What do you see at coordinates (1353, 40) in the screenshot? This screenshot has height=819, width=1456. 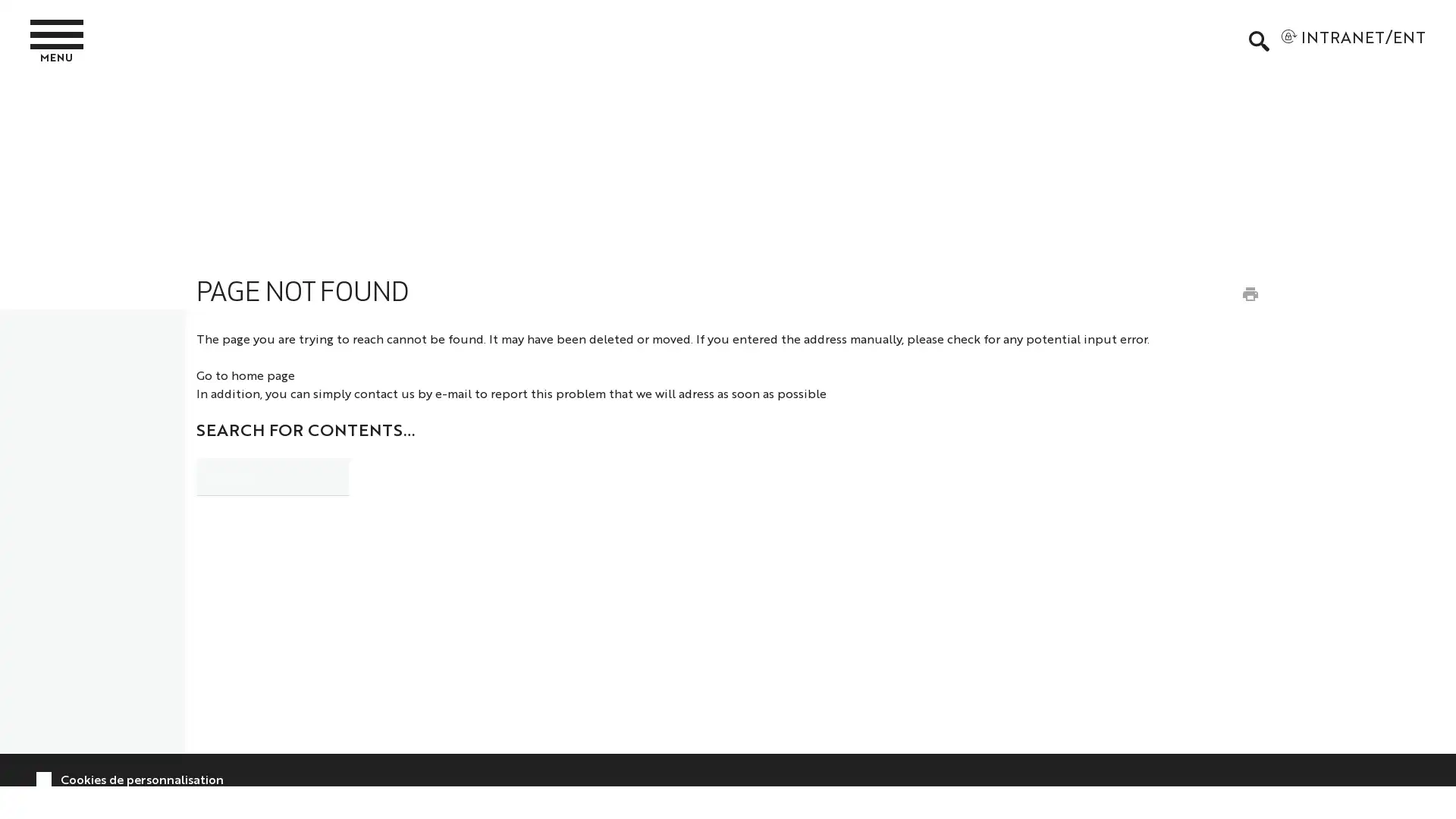 I see `INTRANET/ENT` at bounding box center [1353, 40].